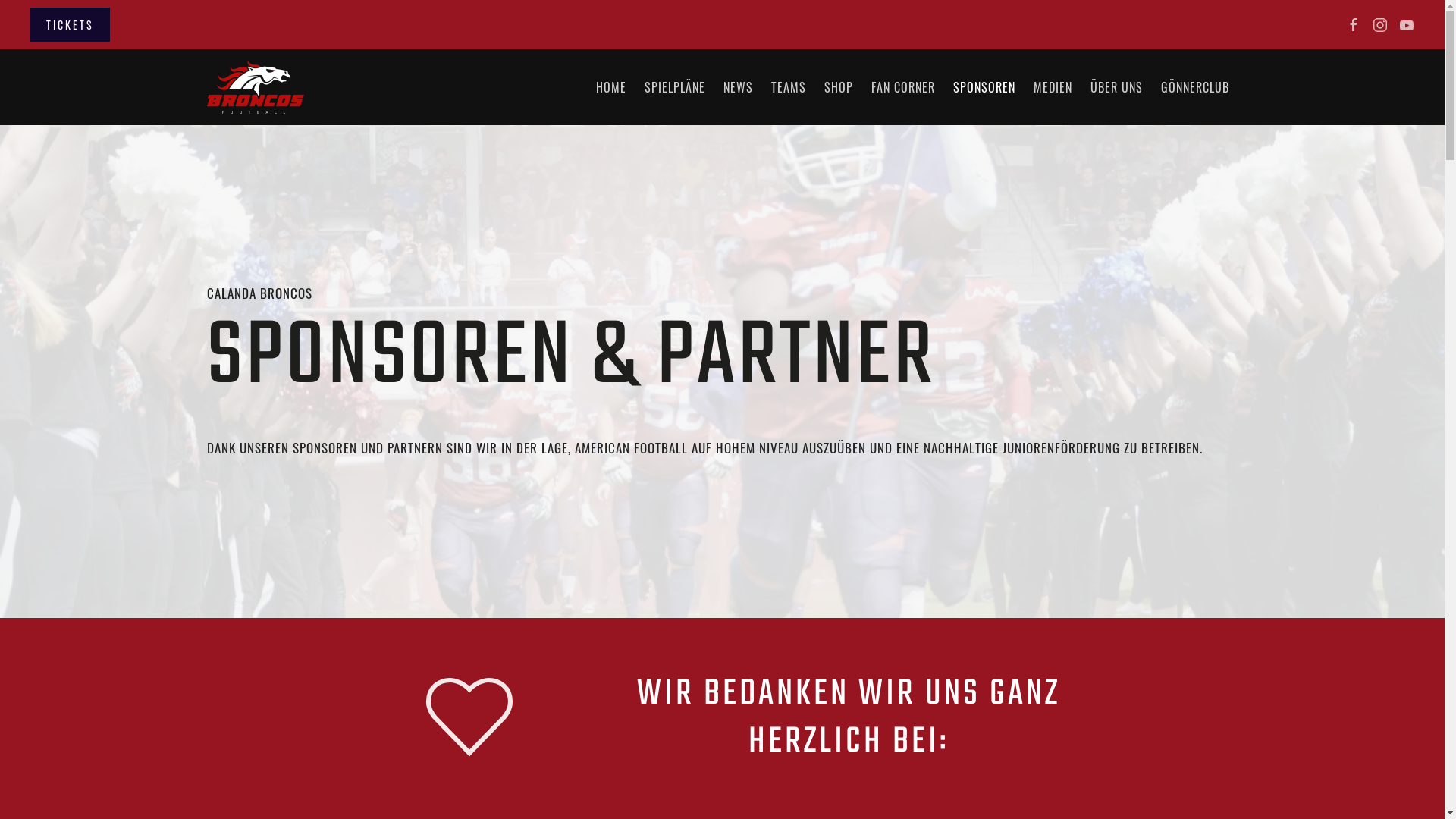 The image size is (1456, 819). Describe the element at coordinates (738, 87) in the screenshot. I see `'NEWS'` at that location.